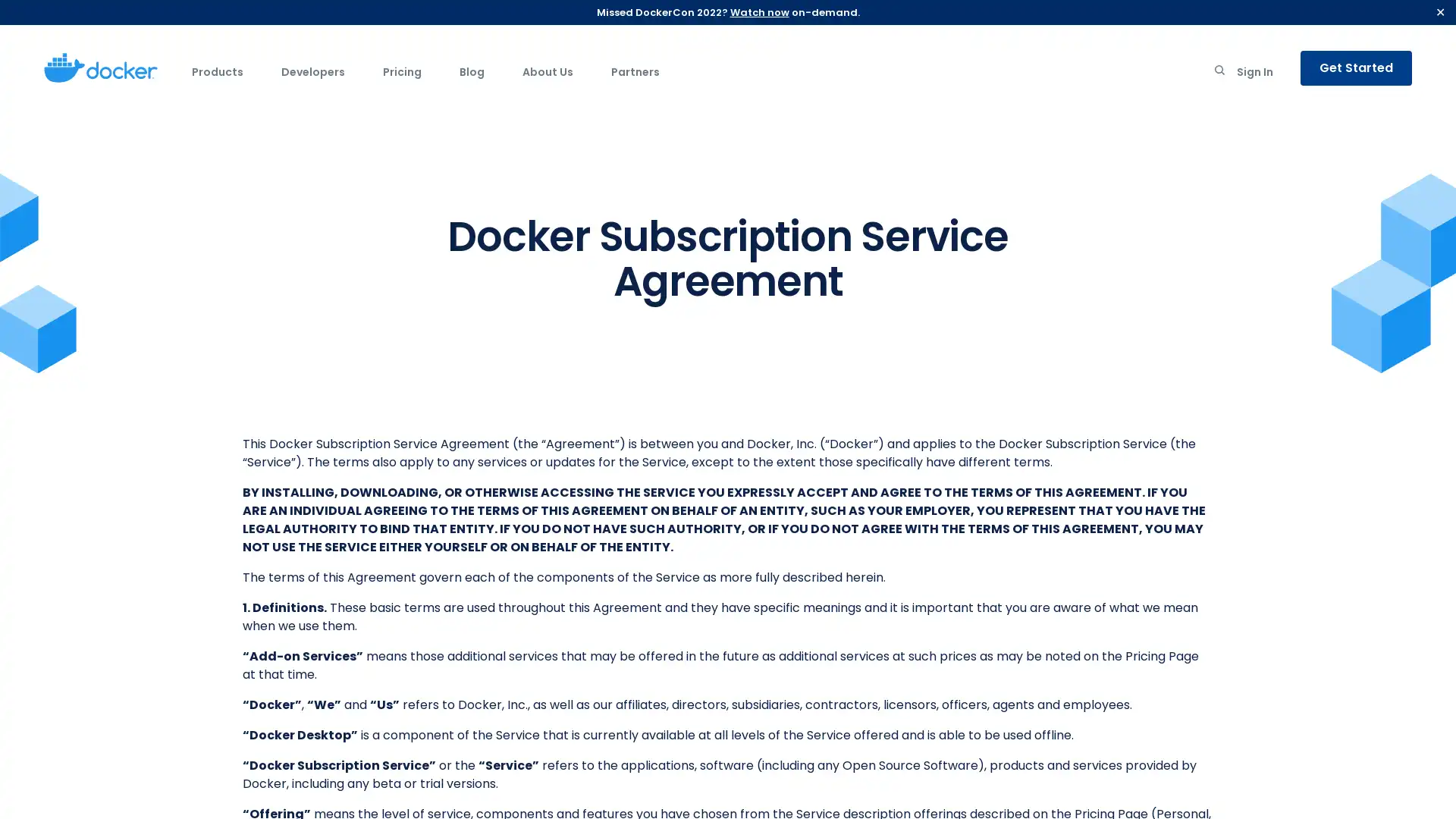 The width and height of the screenshot is (1456, 819). What do you see at coordinates (1219, 73) in the screenshot?
I see `Search` at bounding box center [1219, 73].